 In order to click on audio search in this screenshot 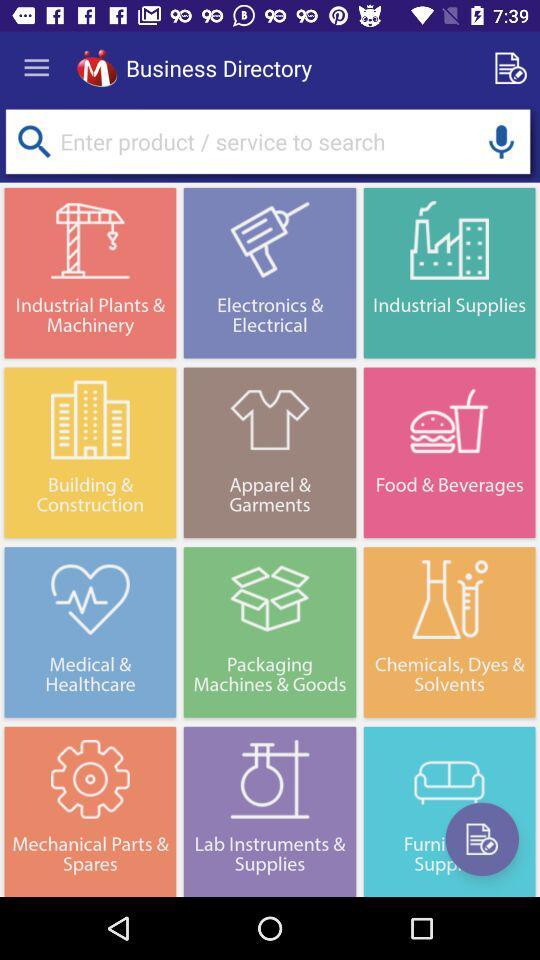, I will do `click(500, 140)`.